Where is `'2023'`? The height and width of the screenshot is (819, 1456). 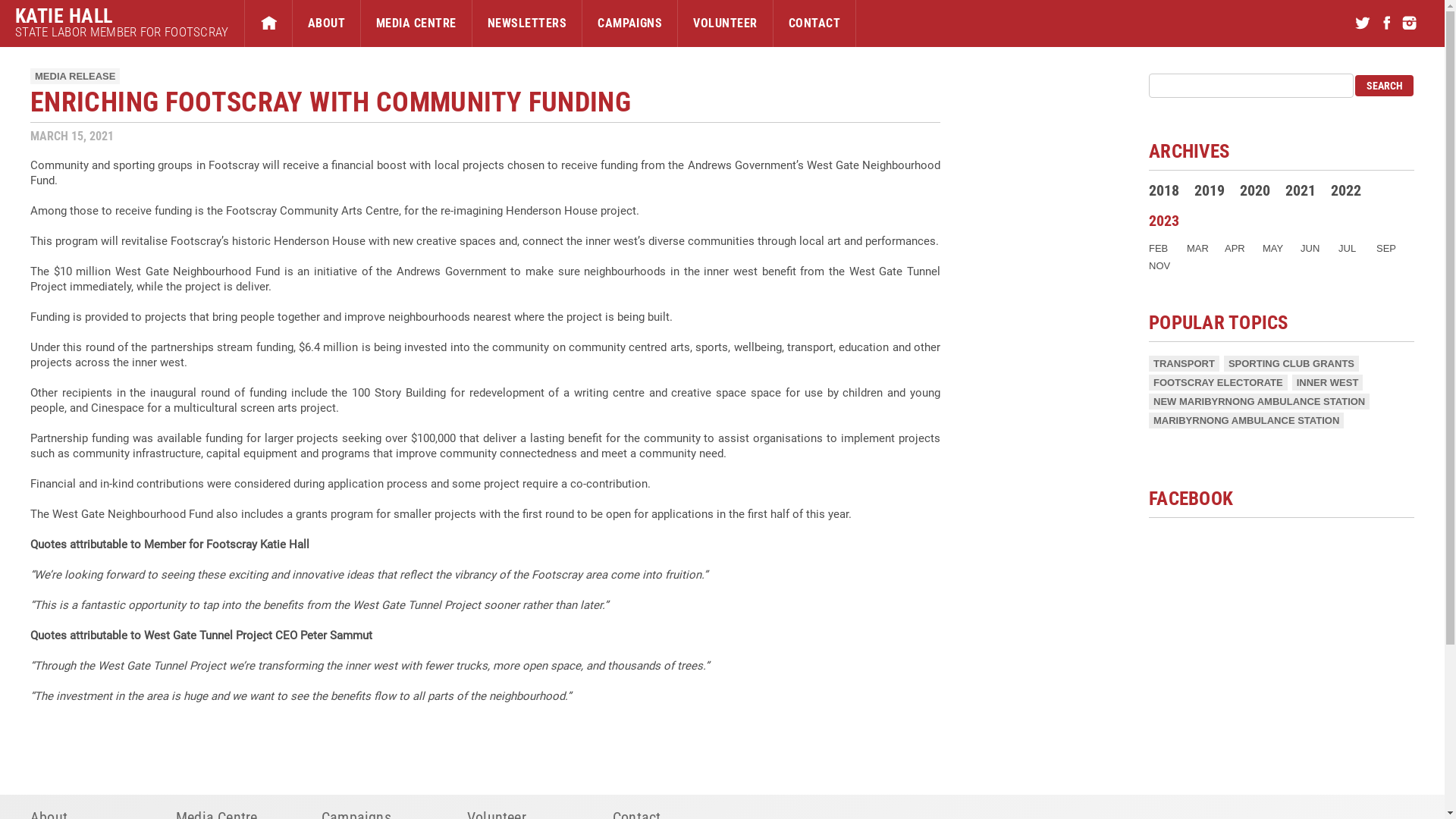
'2023' is located at coordinates (1163, 220).